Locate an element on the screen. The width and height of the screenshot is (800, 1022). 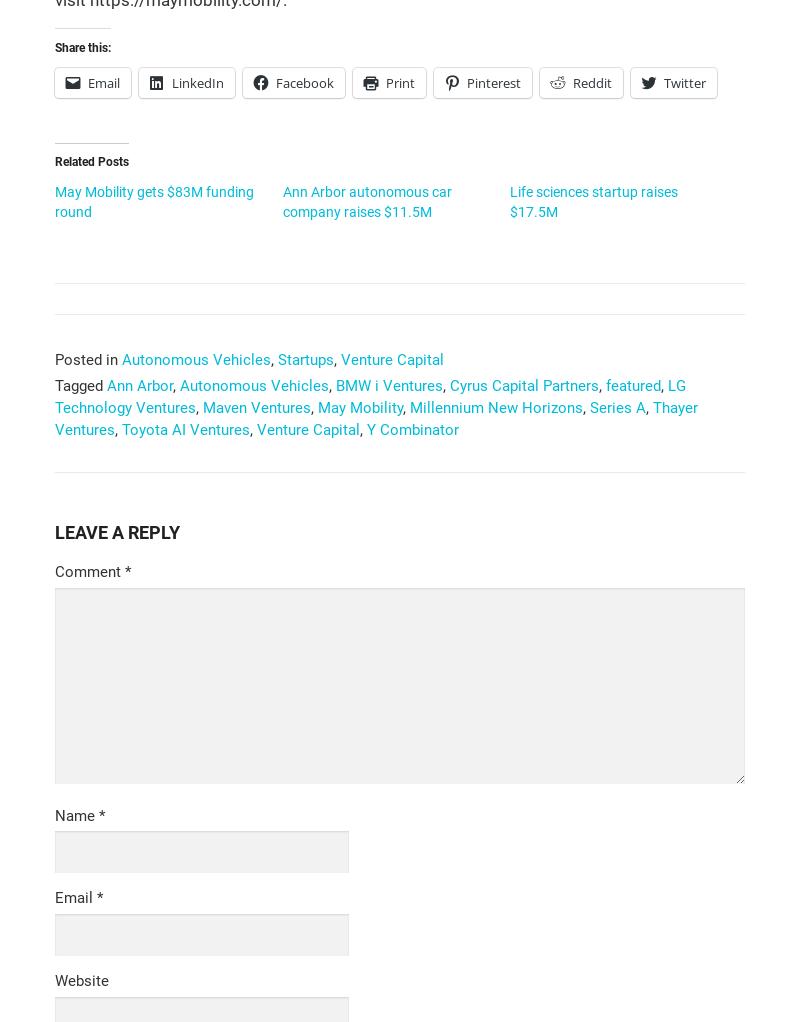
'Twitter' is located at coordinates (684, 80).